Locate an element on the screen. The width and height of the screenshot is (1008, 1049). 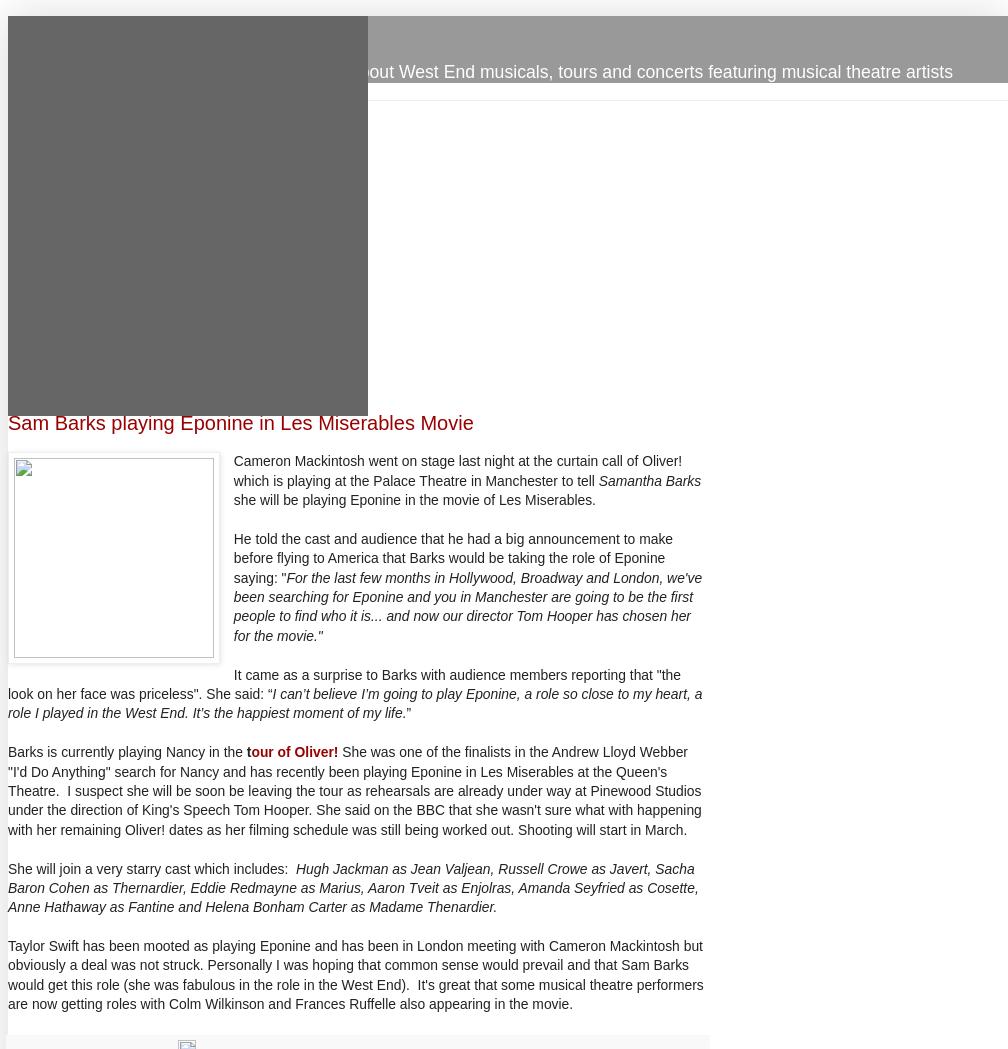
'Musical Theatre News' is located at coordinates (132, 28).